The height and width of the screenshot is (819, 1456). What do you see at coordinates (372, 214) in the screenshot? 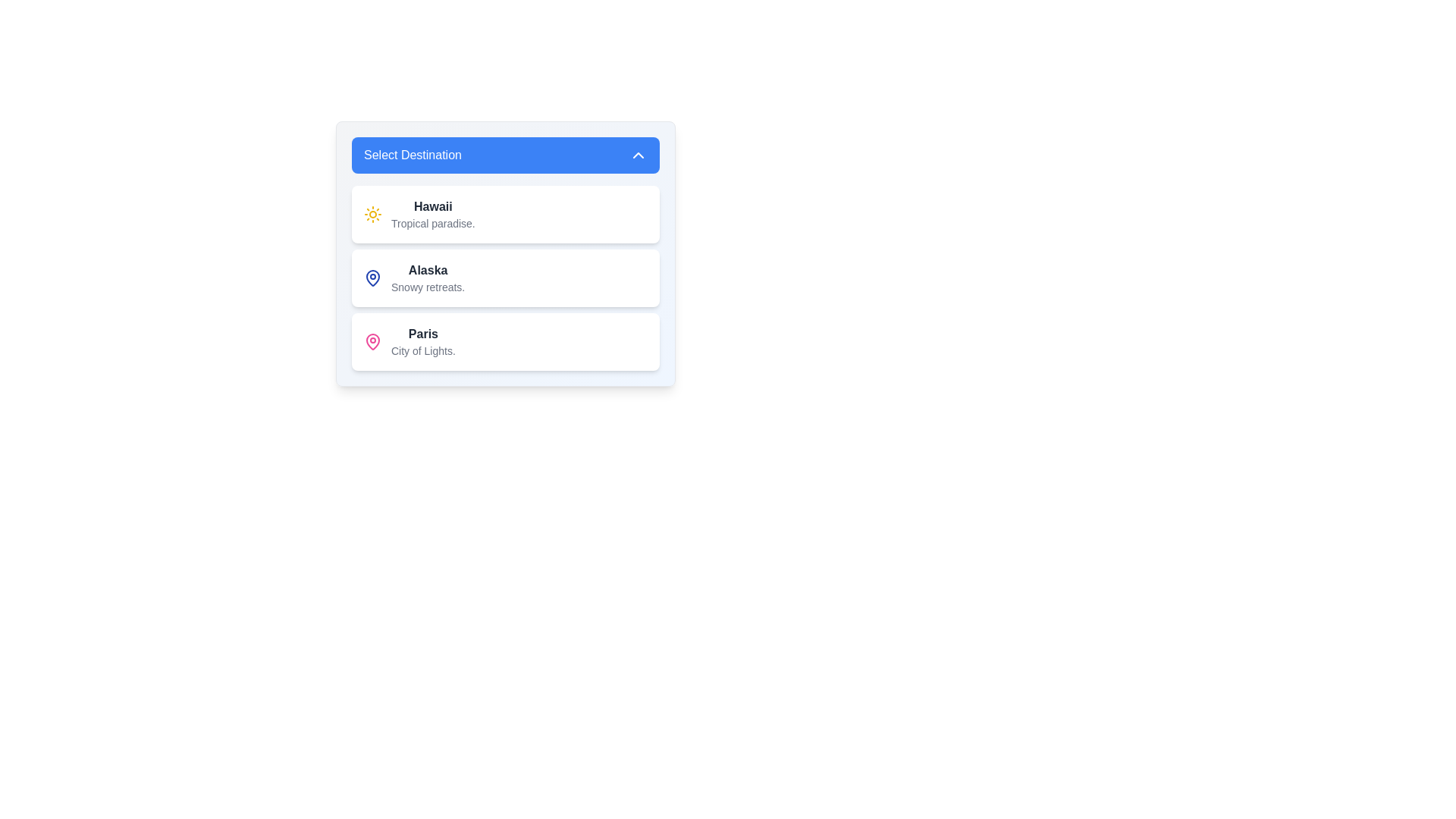
I see `the Hawaii icon in the dropdown list, which is located on the left side of the text 'Hawaii' and aligned with the heading 'Select Destination'` at bounding box center [372, 214].